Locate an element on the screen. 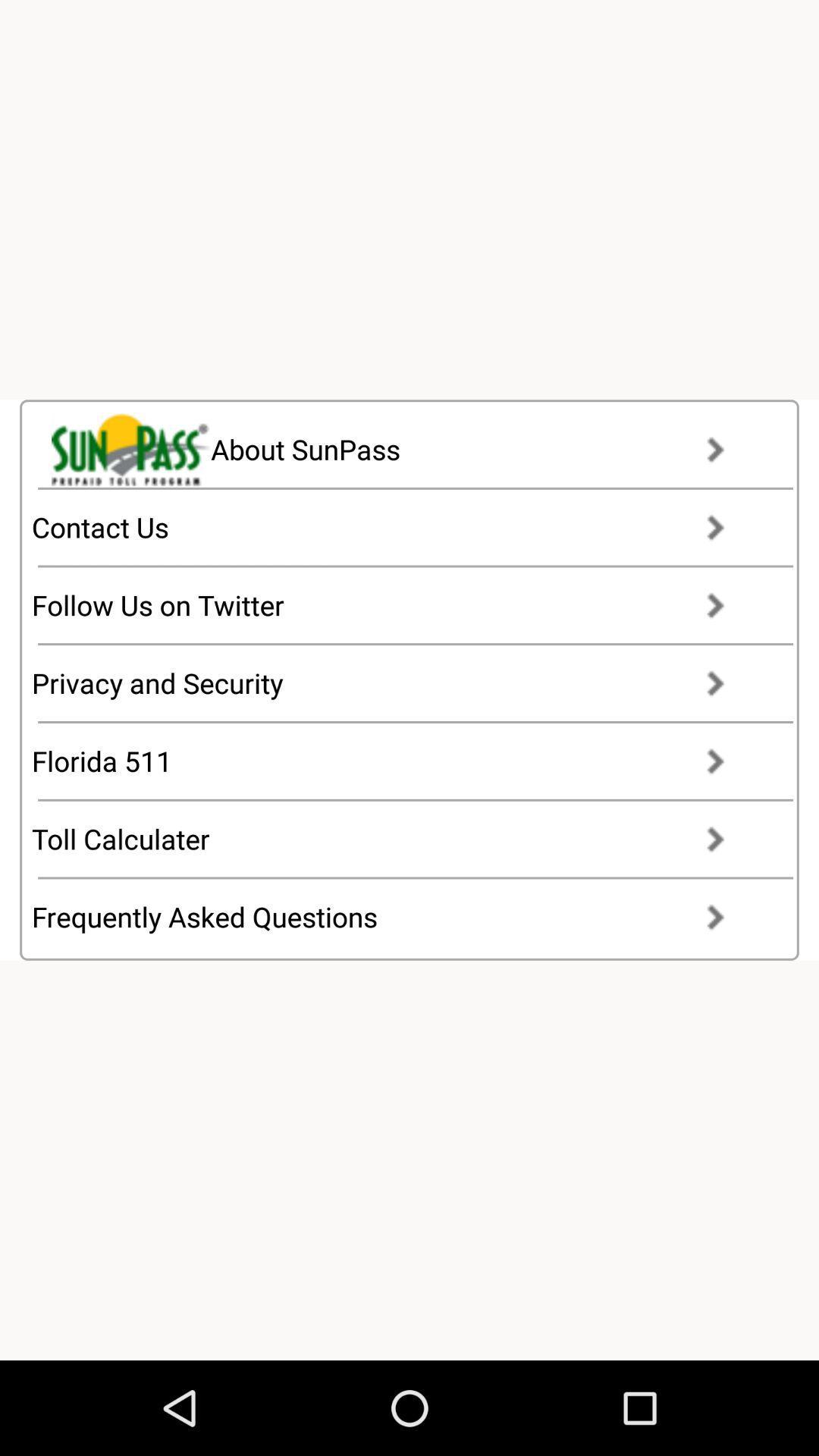 The height and width of the screenshot is (1456, 819). the contact us is located at coordinates (391, 527).